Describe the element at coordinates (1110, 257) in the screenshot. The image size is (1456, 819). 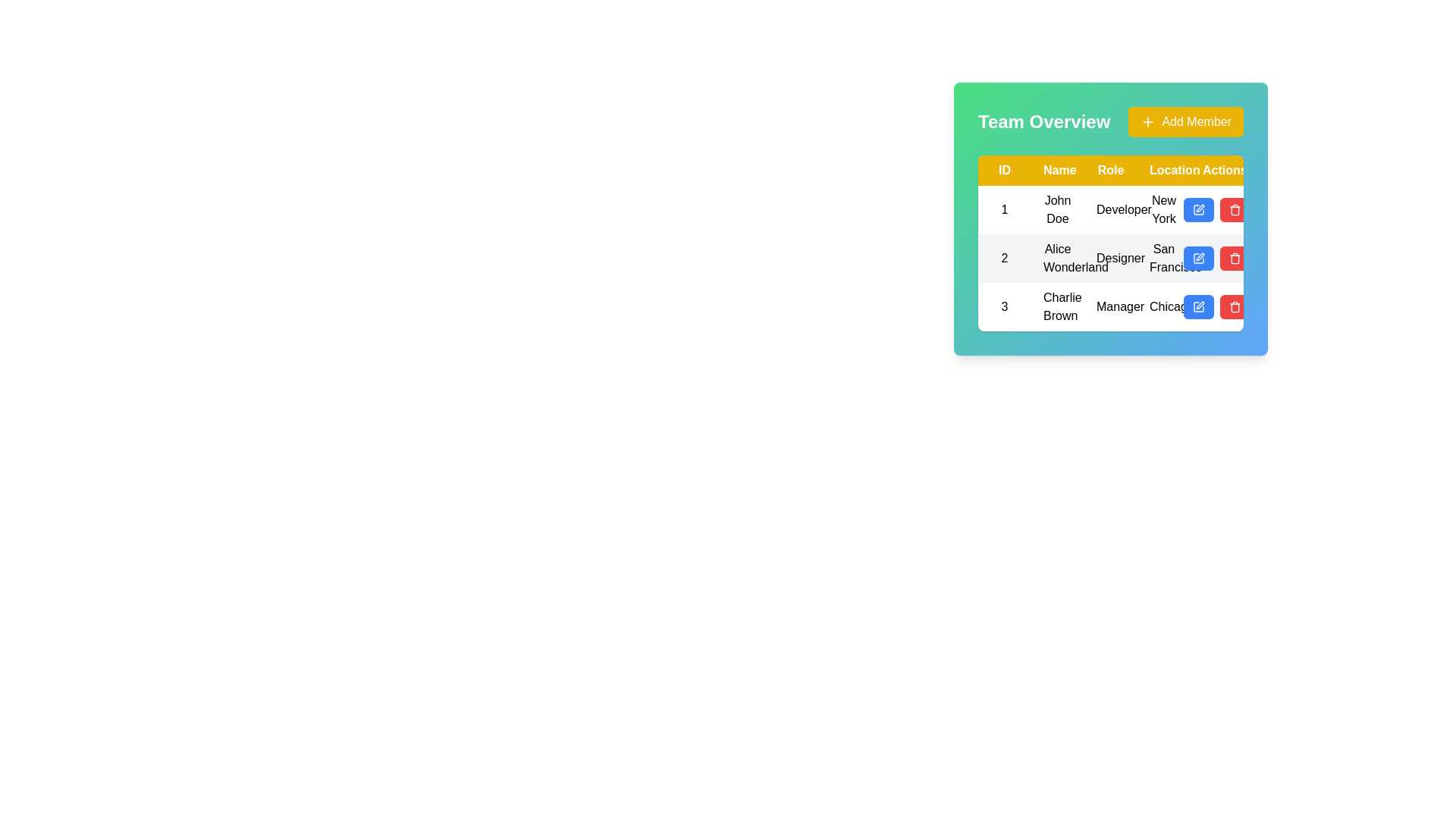
I see `the static text element displaying 'Designer' within the 'Role' column for 'Alice Wonderland' in the table` at that location.